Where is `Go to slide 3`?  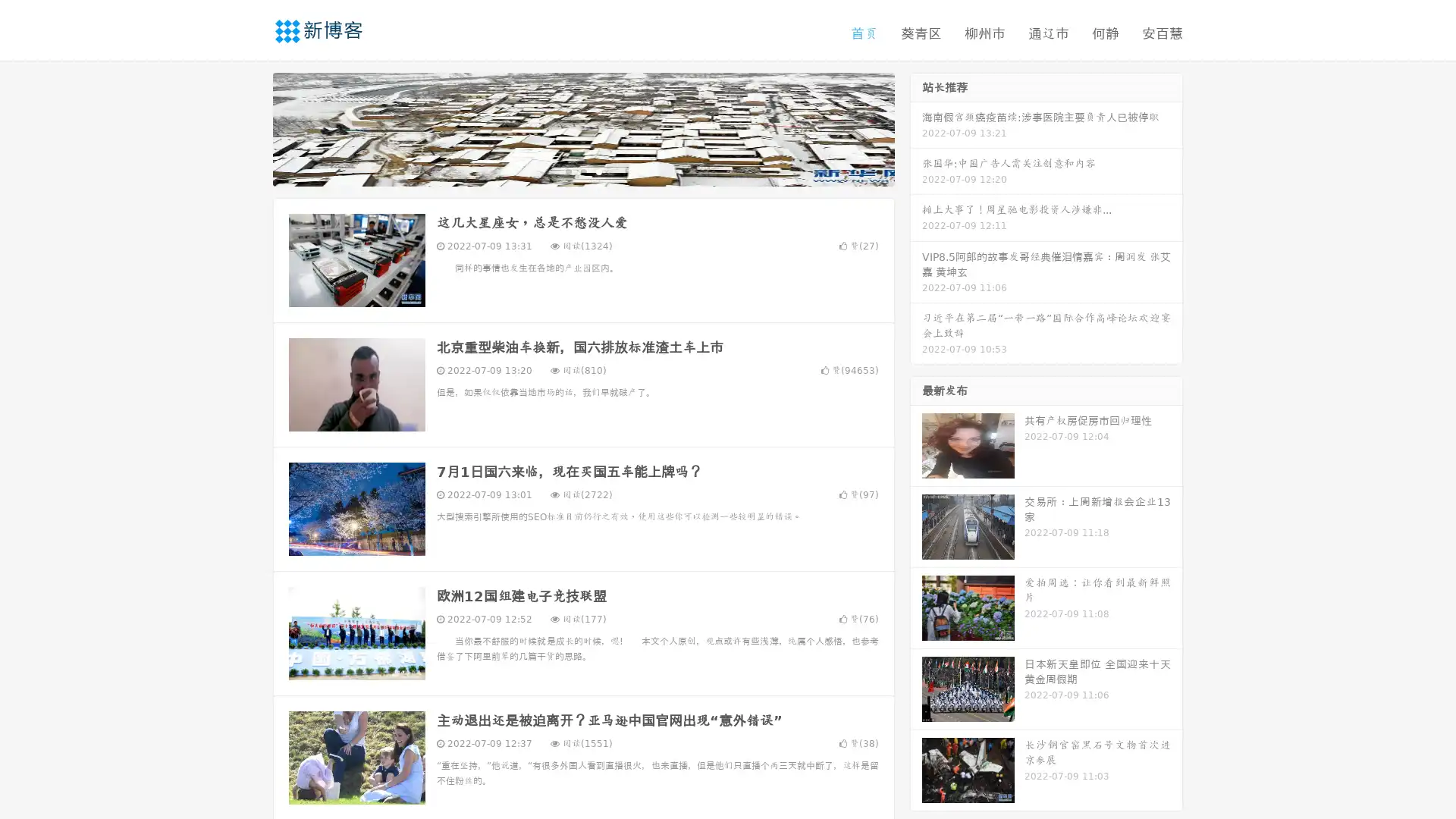
Go to slide 3 is located at coordinates (598, 171).